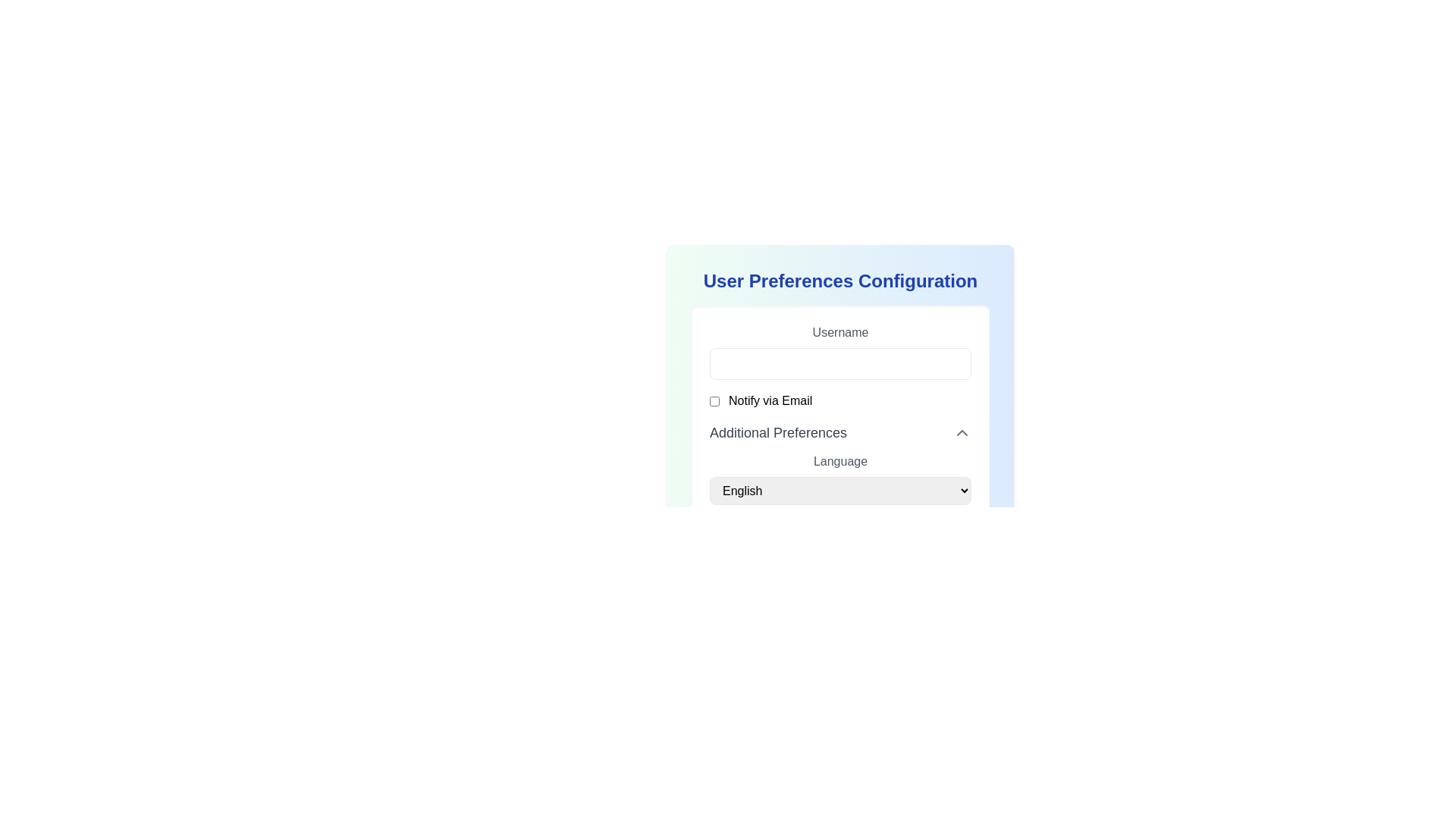 Image resolution: width=1456 pixels, height=819 pixels. Describe the element at coordinates (839, 432) in the screenshot. I see `the 'Additional Preferences' expandable section header` at that location.